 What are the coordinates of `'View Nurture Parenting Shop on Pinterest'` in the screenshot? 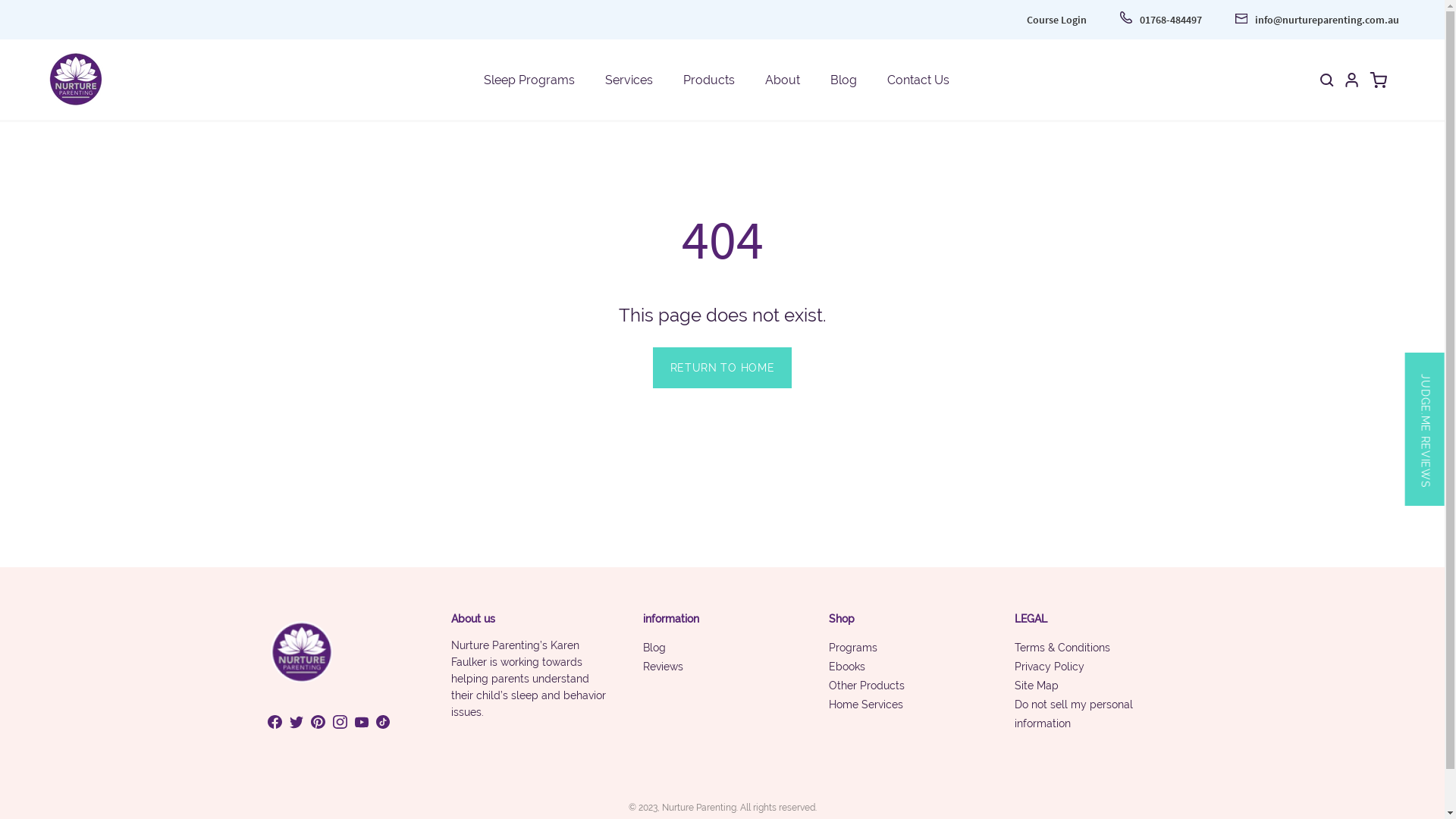 It's located at (317, 721).